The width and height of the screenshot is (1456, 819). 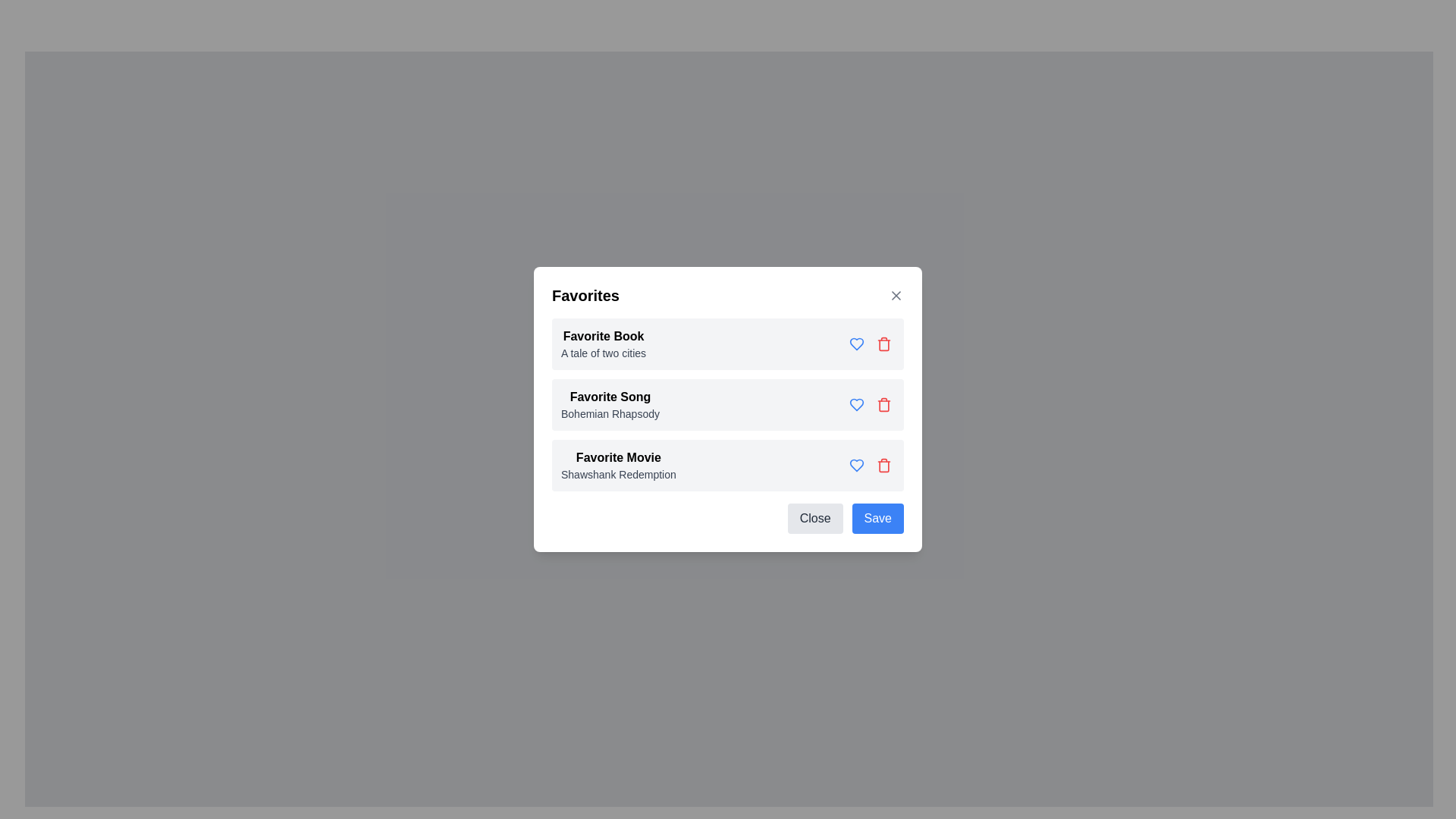 I want to click on the 'X' icon in the top-right corner of the 'Favorites' modal, so click(x=896, y=295).